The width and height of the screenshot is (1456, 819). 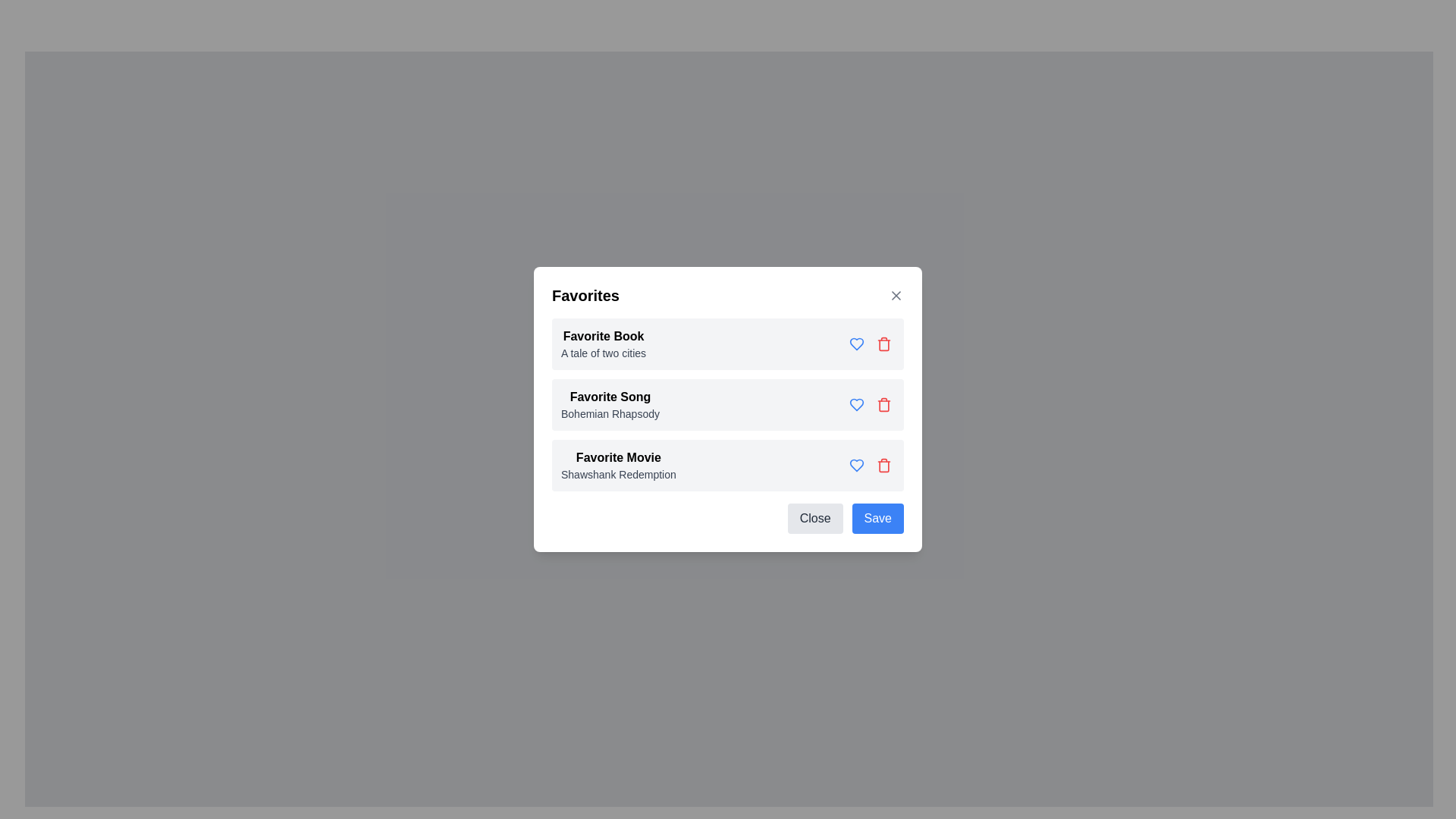 I want to click on the 'X' icon in the top-right corner of the 'Favorites' modal, so click(x=896, y=295).